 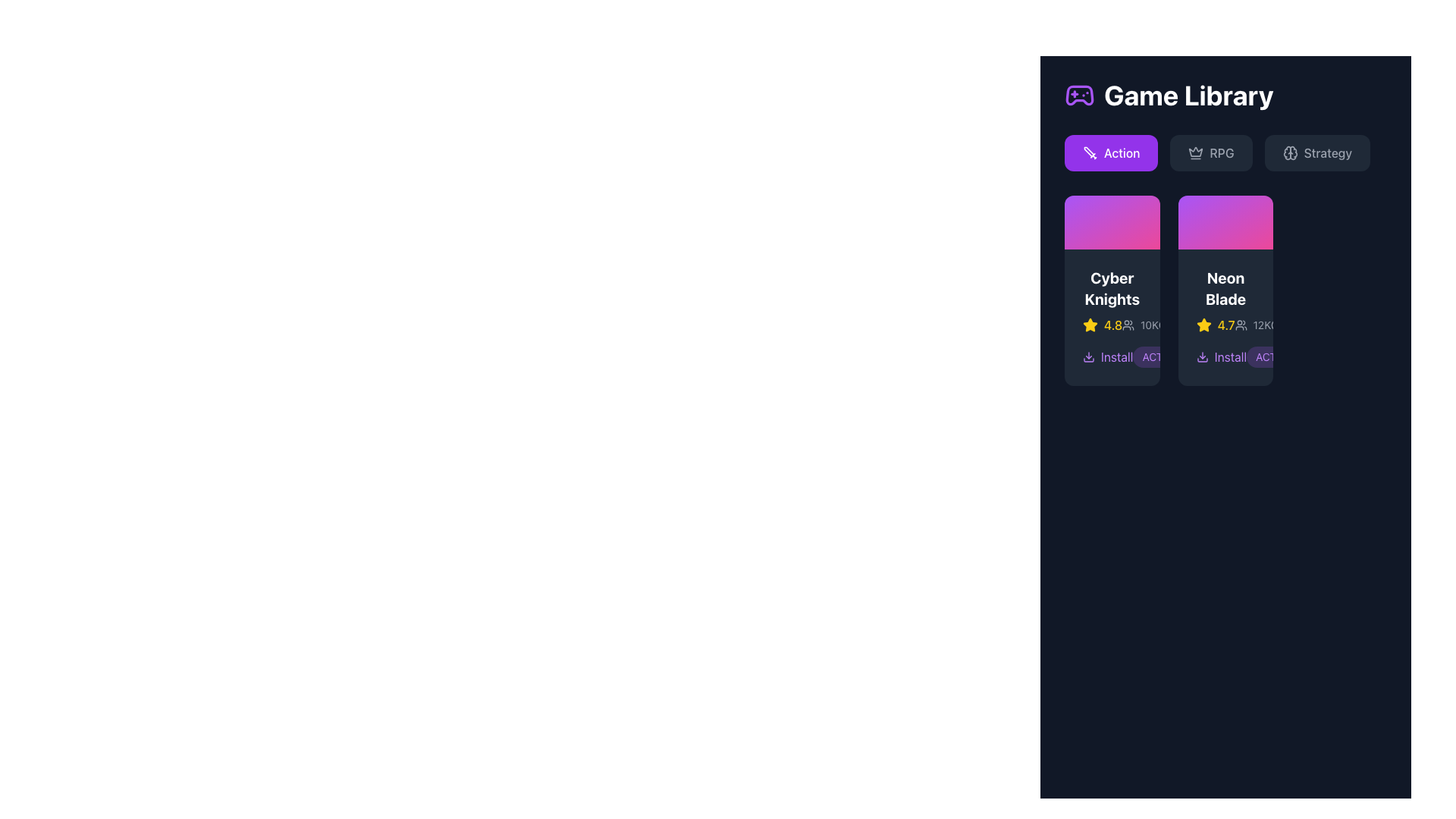 I want to click on displayed rating and user count information from the Rating and user count display located in the 'Cyber Knights' panel of the game library UI, so click(x=1112, y=324).